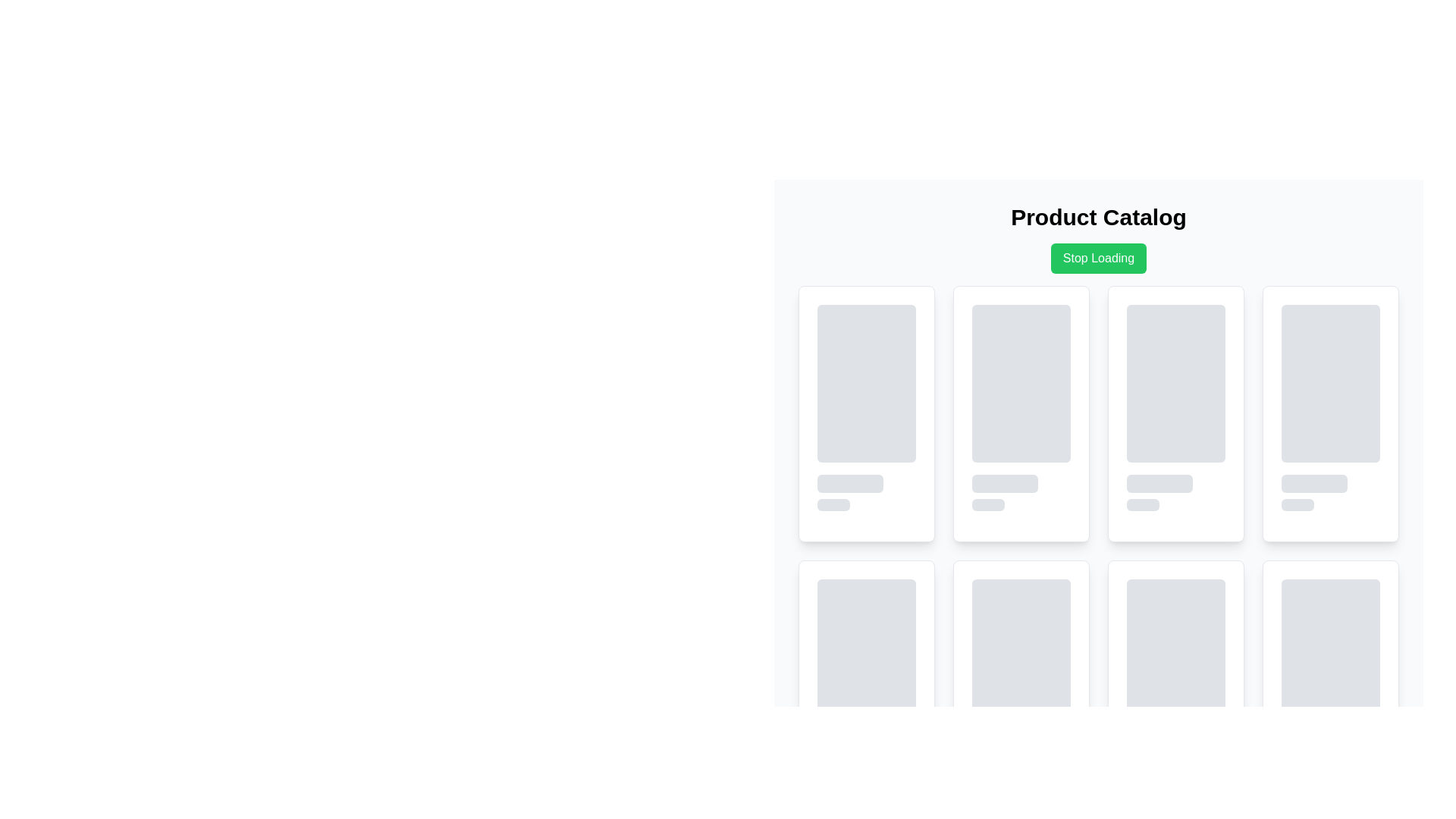  What do you see at coordinates (1330, 406) in the screenshot?
I see `the load animation placeholder component located in the last card of a horizontally arranged grid, which indicates data is being fetched` at bounding box center [1330, 406].